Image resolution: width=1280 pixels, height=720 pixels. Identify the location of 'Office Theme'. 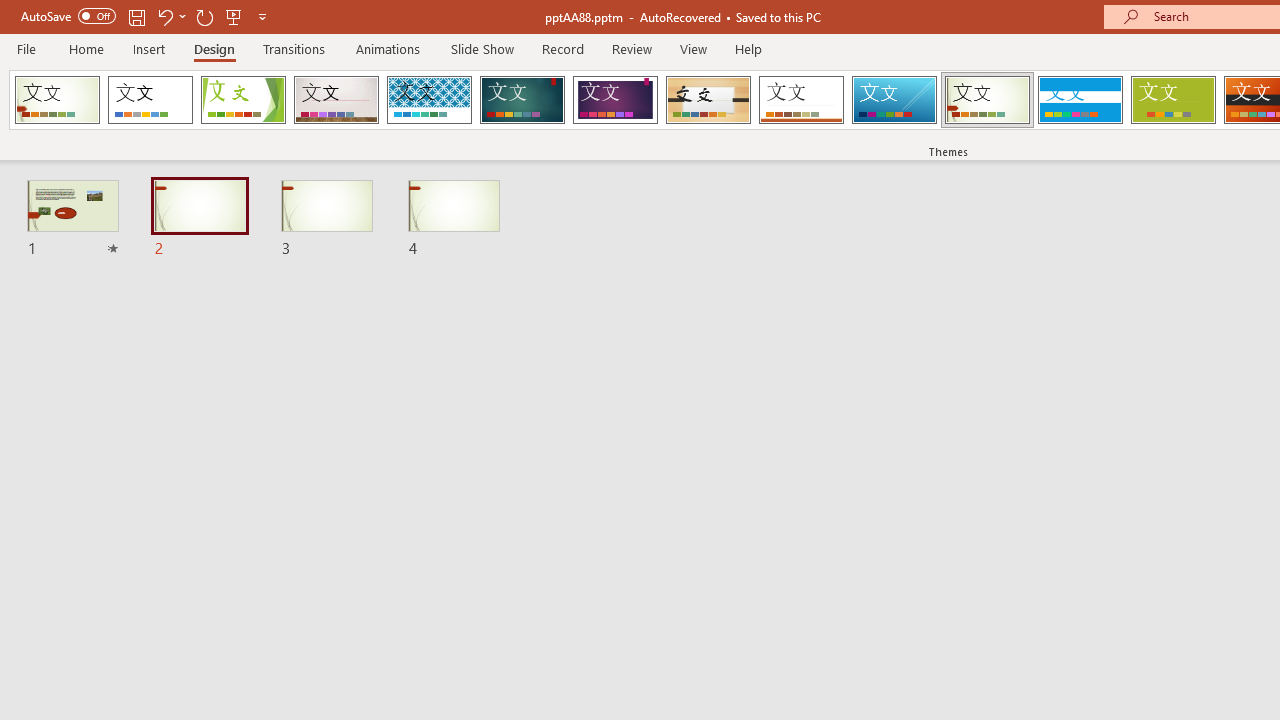
(149, 100).